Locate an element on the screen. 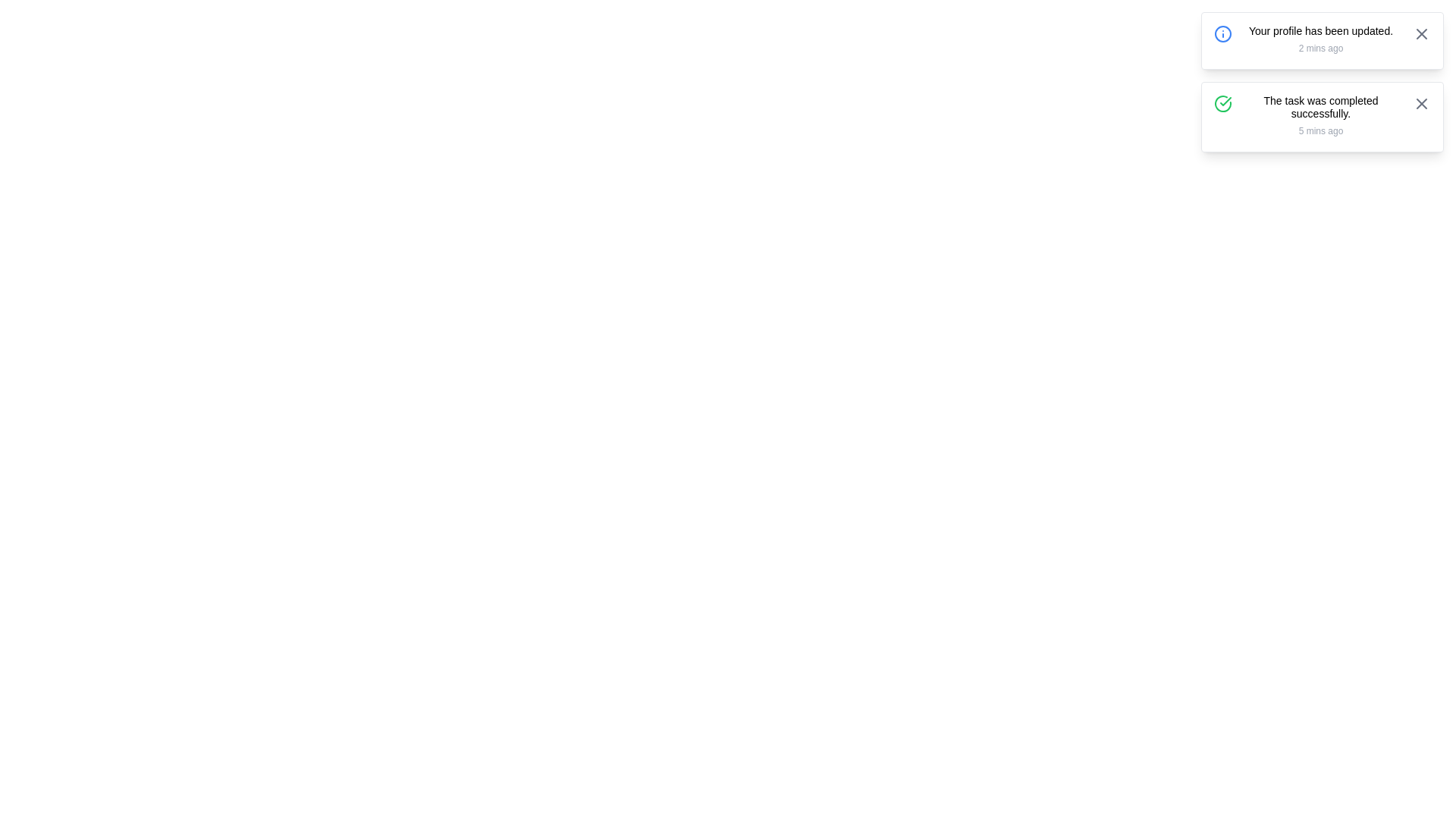 This screenshot has width=1456, height=819. the notification element with info_notification is located at coordinates (1321, 39).